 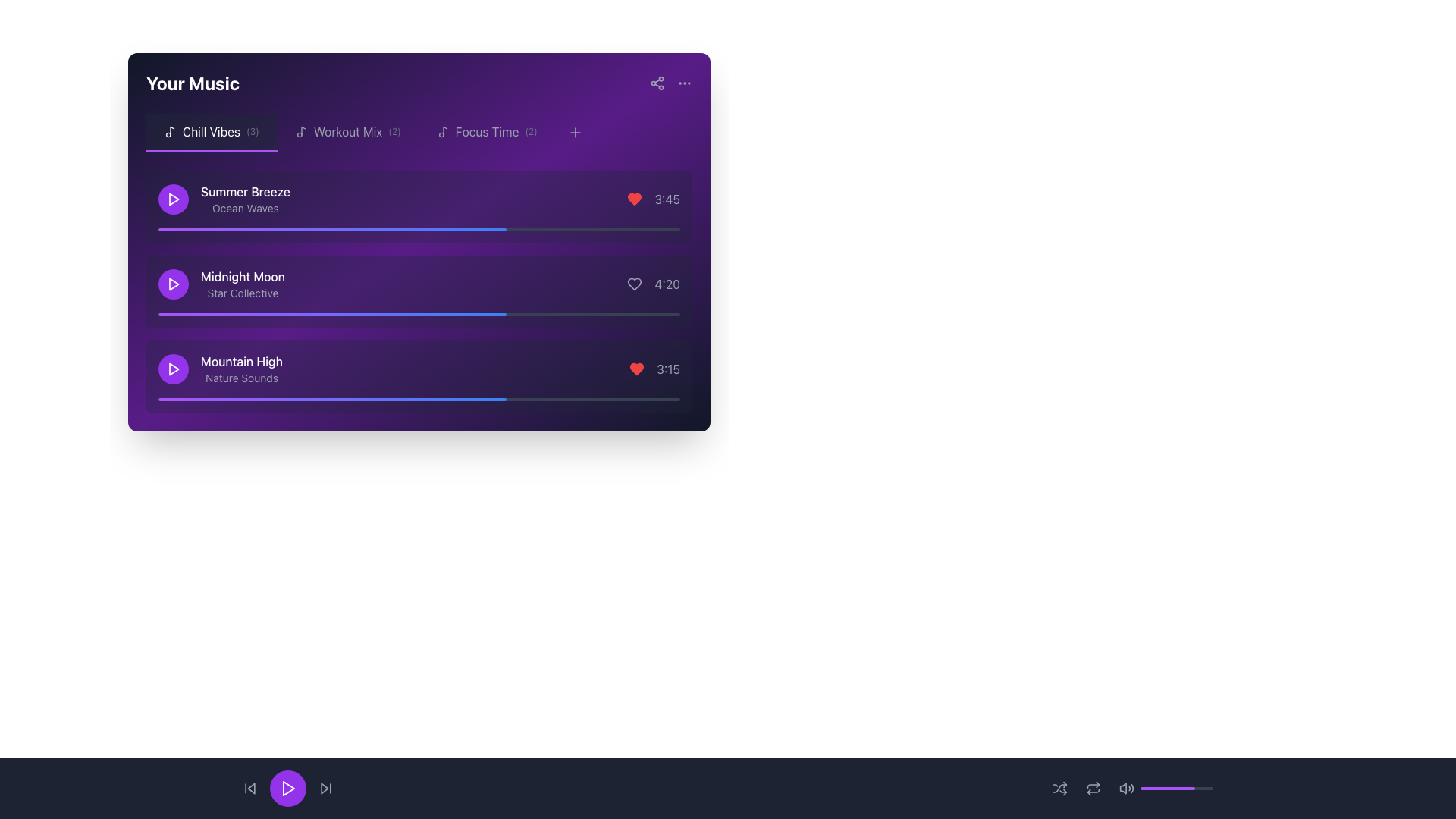 I want to click on the third list item in the 'Chill Vibes' section that contains the song details 'Mountain High' and 'Nature Sounds', so click(x=219, y=369).